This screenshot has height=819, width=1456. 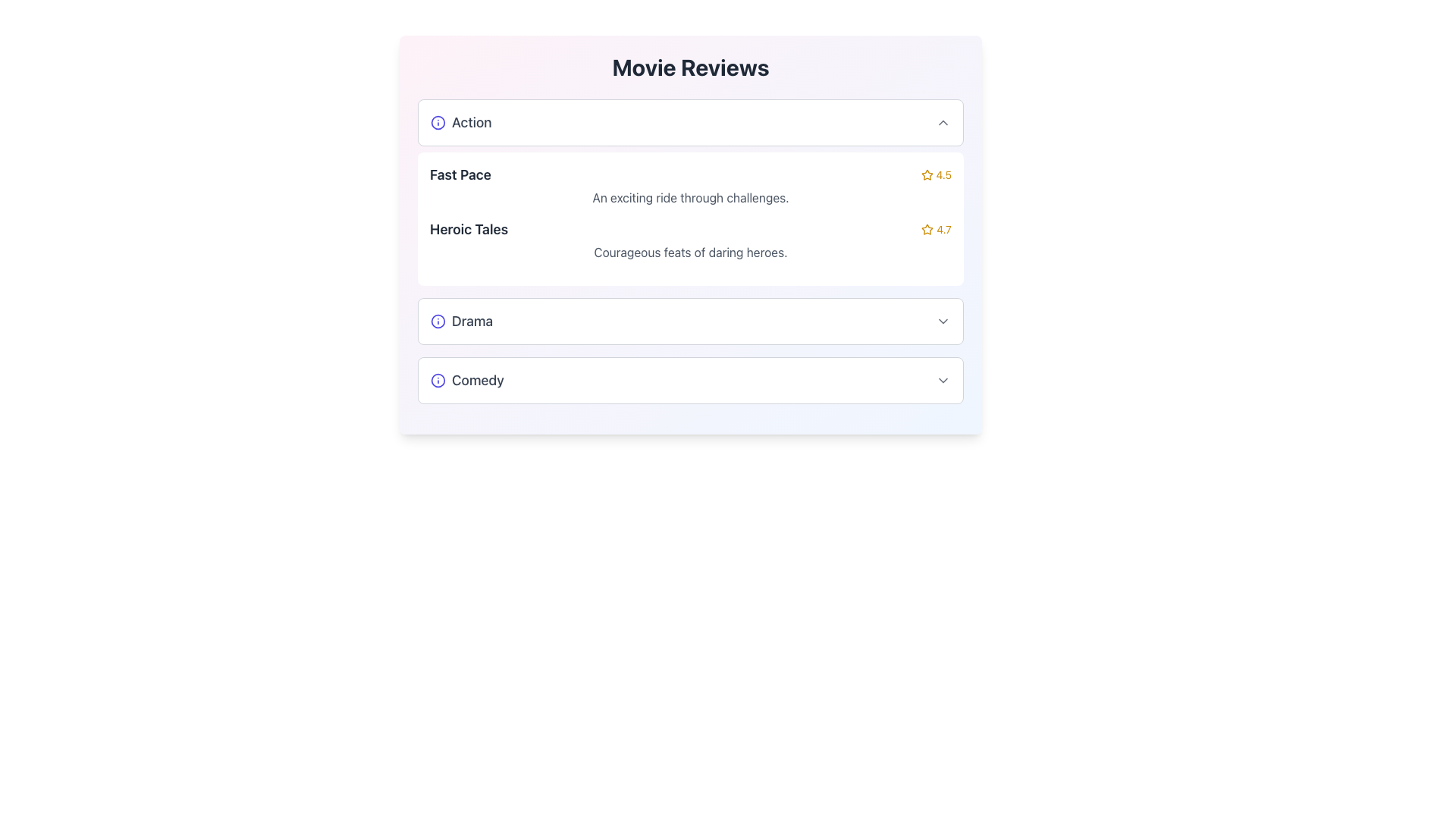 What do you see at coordinates (942, 122) in the screenshot?
I see `the chevron icon oriented upwards located in the upper-right corner of the 'Action' section` at bounding box center [942, 122].